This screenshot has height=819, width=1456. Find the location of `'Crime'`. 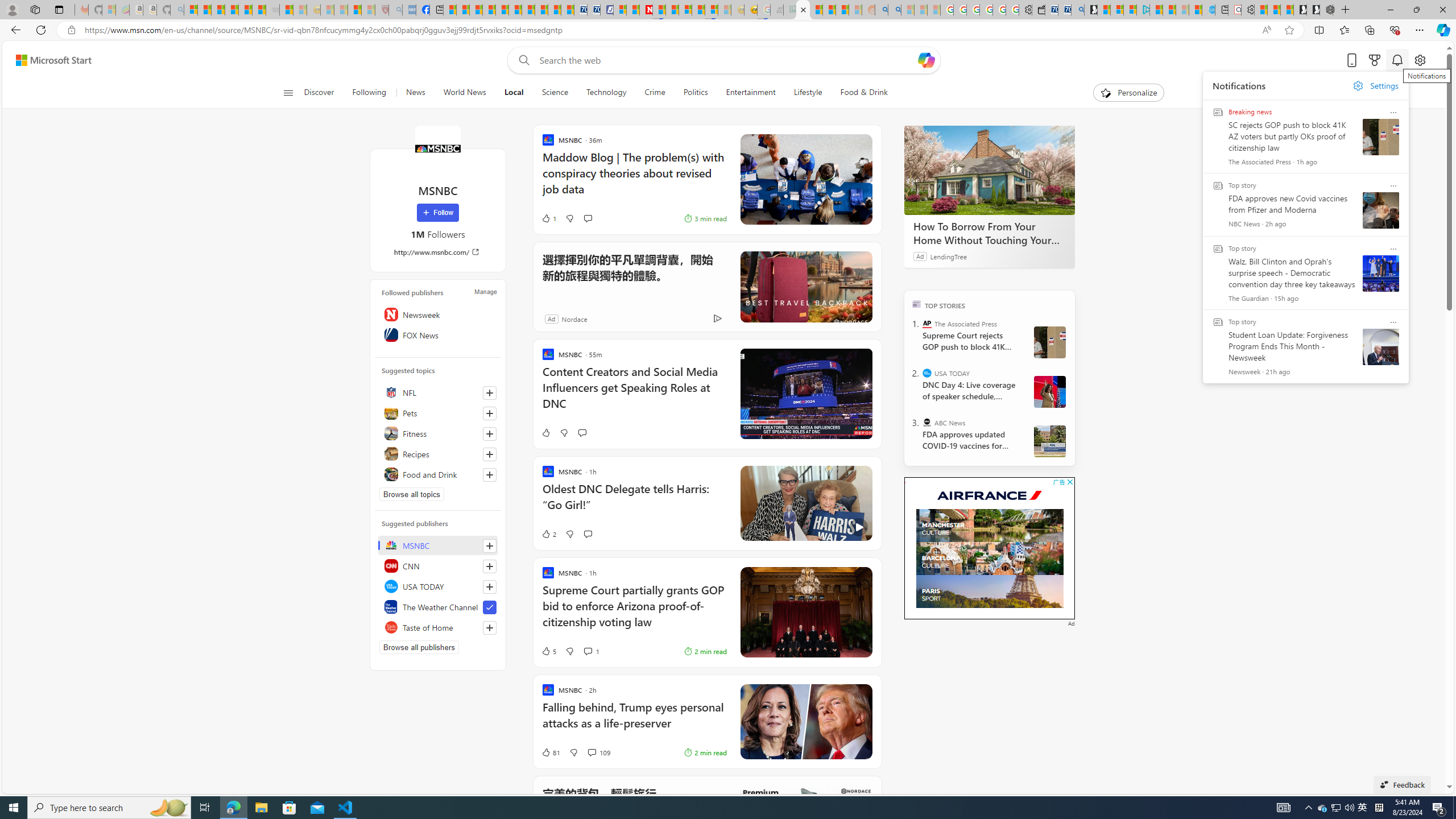

'Crime' is located at coordinates (655, 92).